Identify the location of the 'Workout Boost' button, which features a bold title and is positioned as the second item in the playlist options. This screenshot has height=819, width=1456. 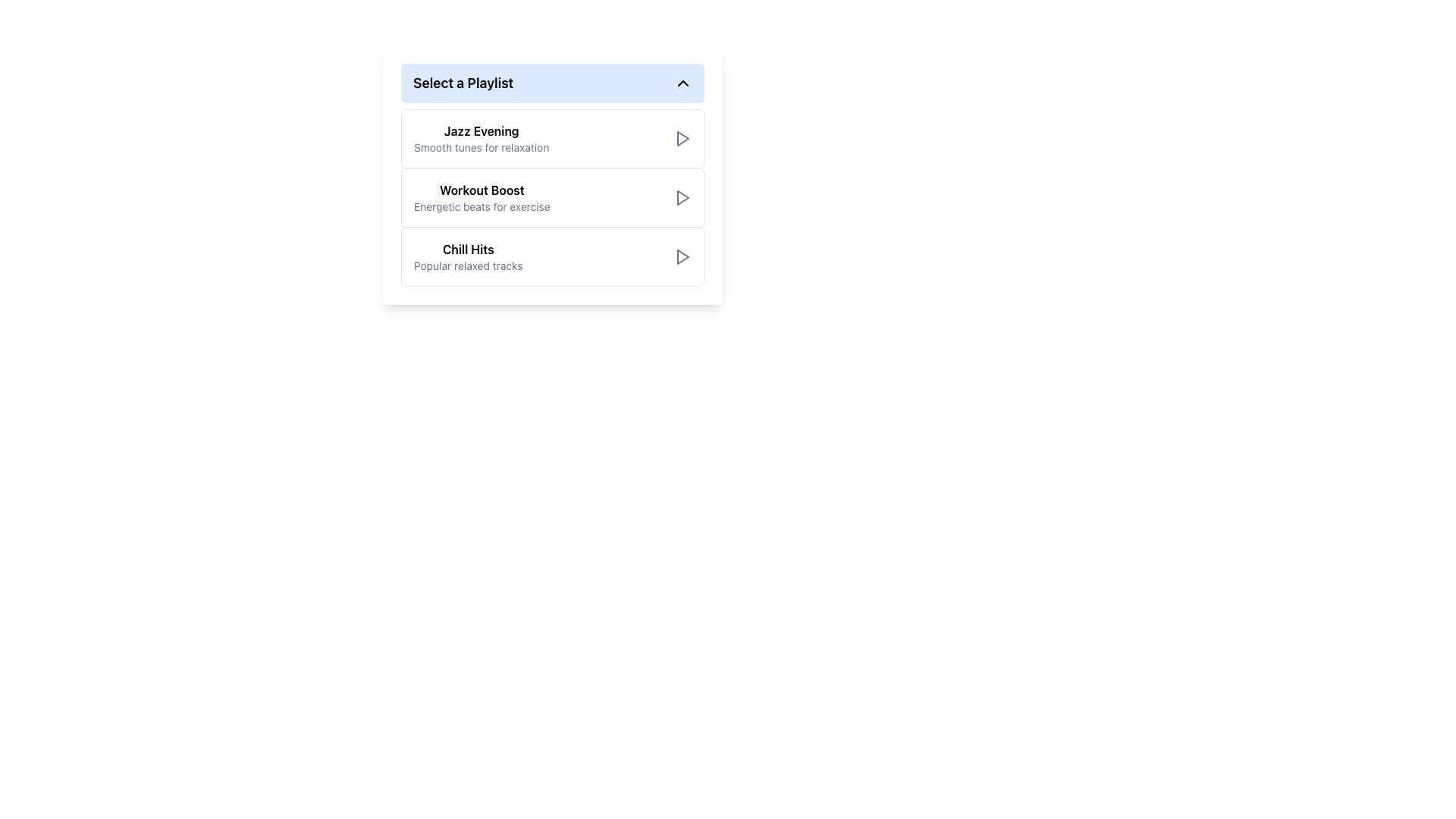
(552, 197).